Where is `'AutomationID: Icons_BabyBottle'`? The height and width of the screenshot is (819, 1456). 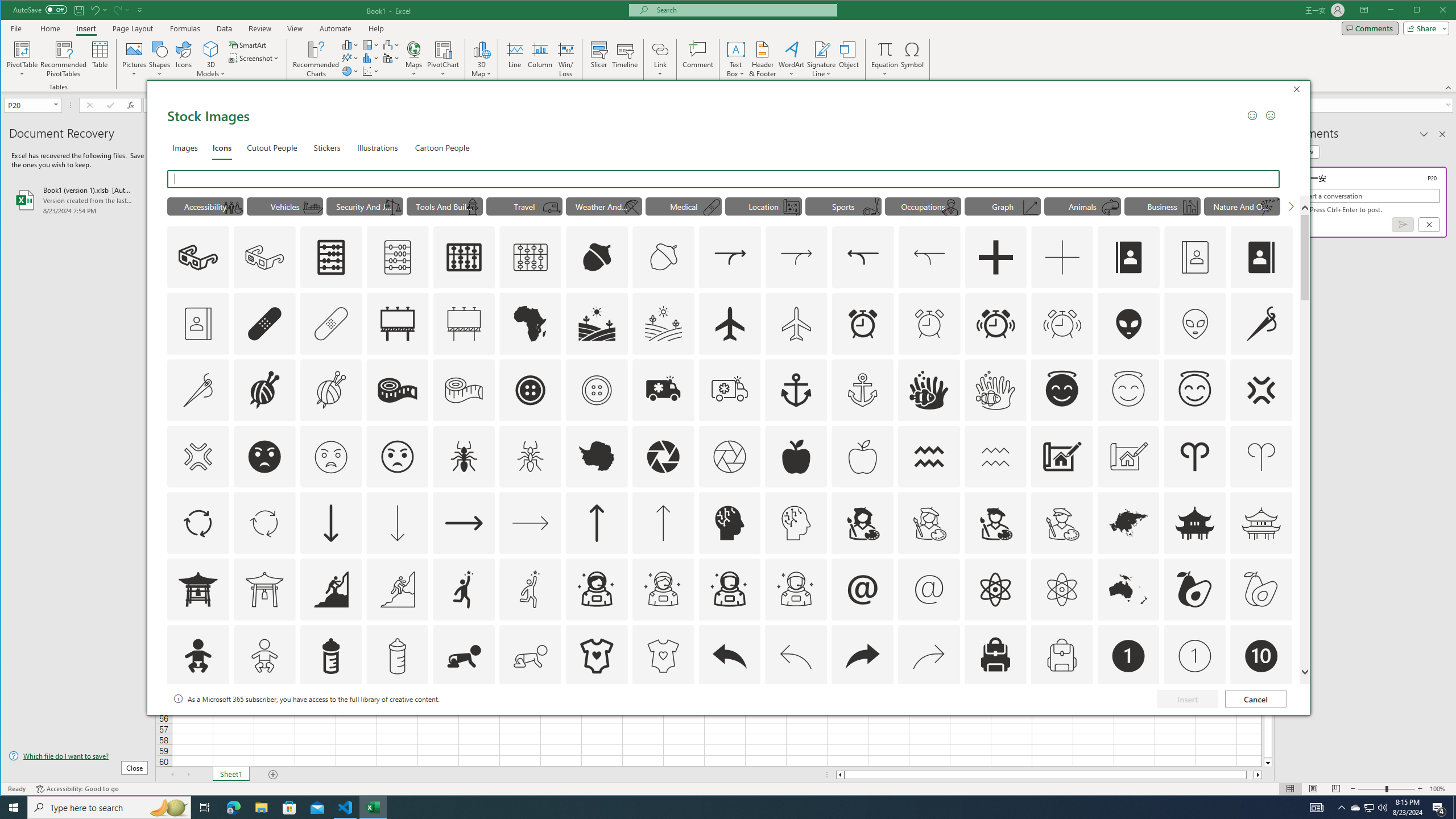 'AutomationID: Icons_BabyBottle' is located at coordinates (330, 655).